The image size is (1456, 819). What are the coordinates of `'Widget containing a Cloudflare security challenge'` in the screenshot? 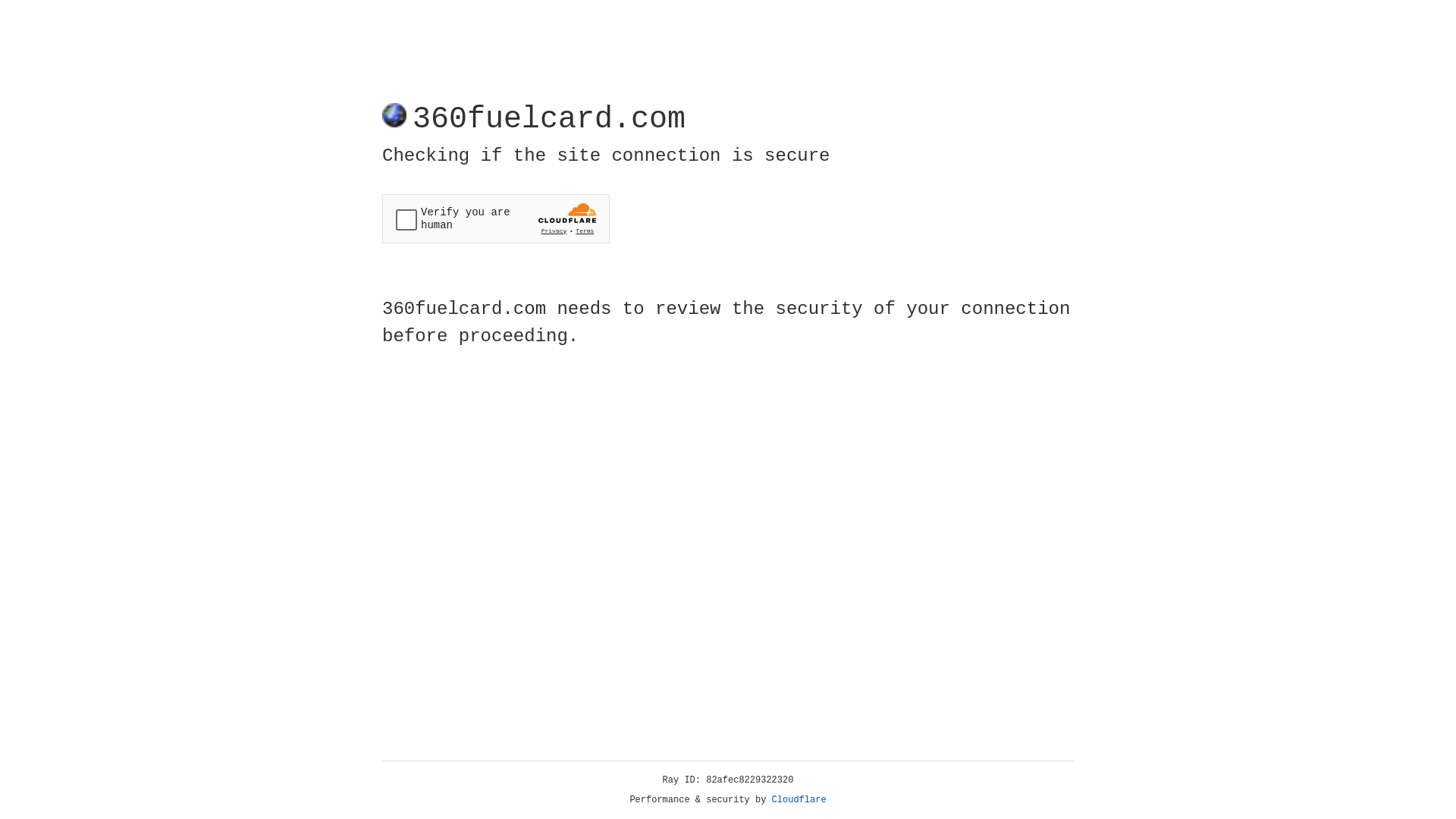 It's located at (495, 218).